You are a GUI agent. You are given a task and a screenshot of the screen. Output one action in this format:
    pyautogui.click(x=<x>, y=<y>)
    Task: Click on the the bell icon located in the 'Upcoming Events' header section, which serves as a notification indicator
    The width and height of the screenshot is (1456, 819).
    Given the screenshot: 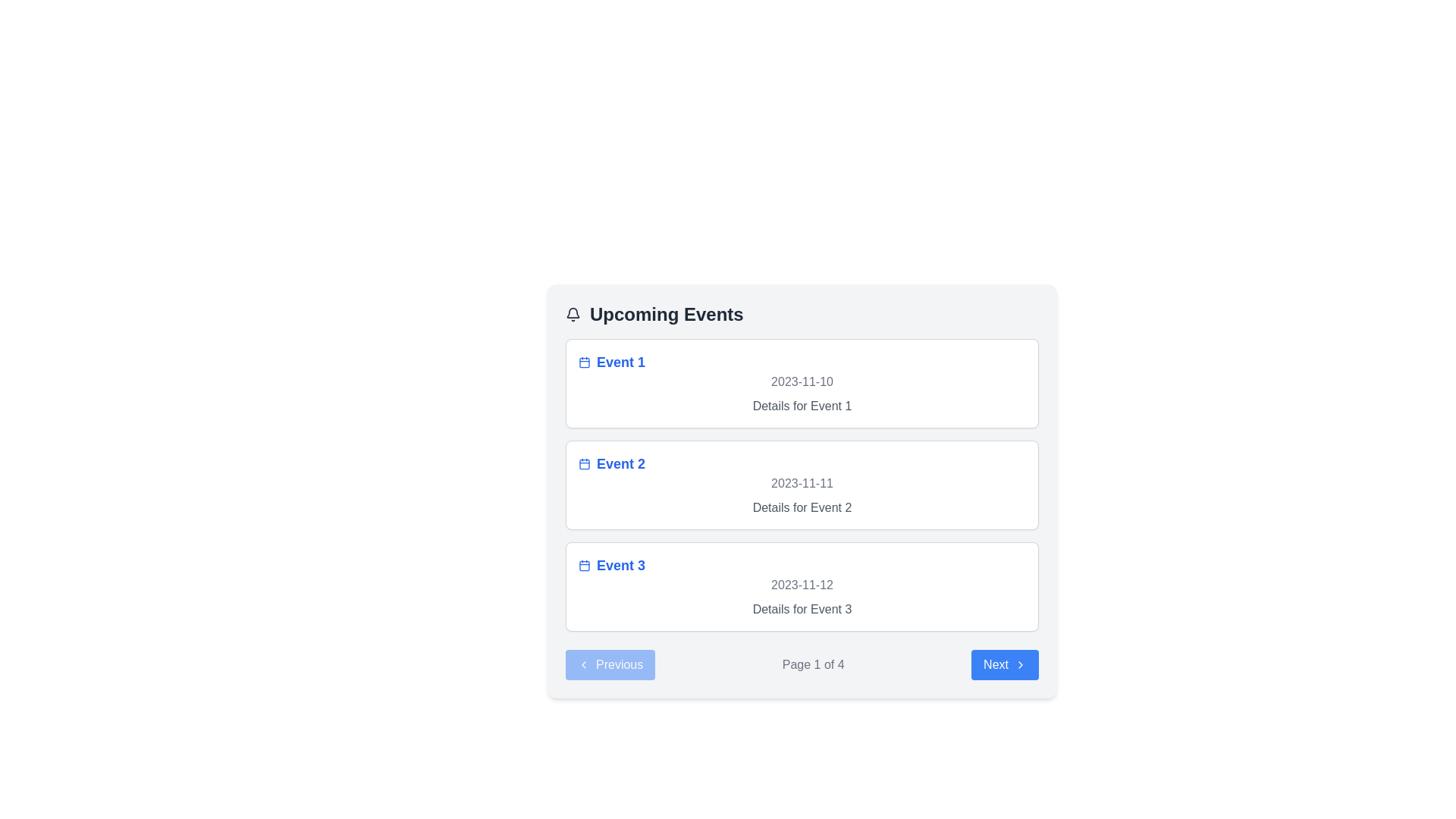 What is the action you would take?
    pyautogui.click(x=572, y=314)
    